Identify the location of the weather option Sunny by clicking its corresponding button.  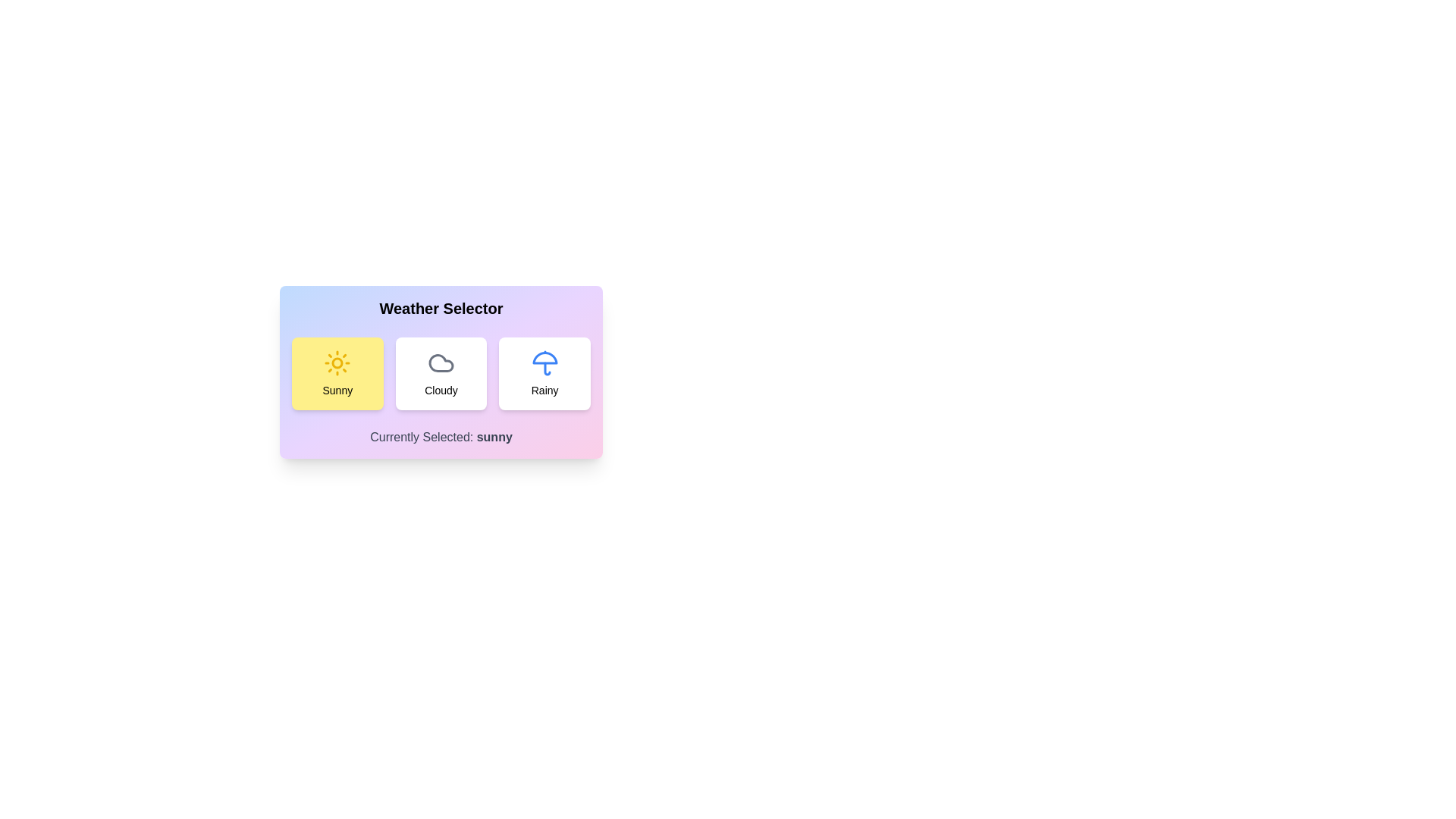
(337, 374).